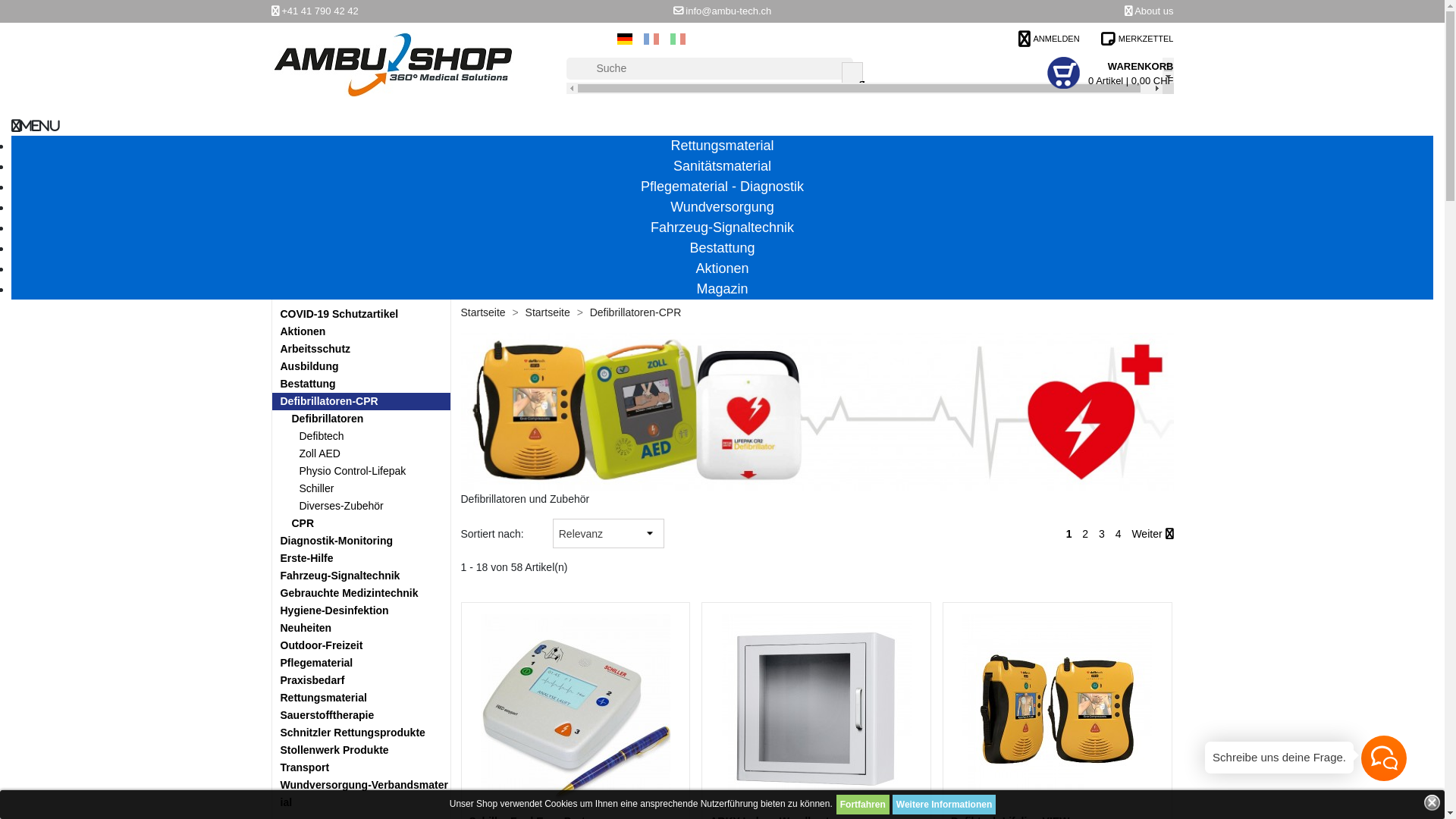 The height and width of the screenshot is (819, 1456). Describe the element at coordinates (271, 312) in the screenshot. I see `'COVID-19 Schutzartikel'` at that location.